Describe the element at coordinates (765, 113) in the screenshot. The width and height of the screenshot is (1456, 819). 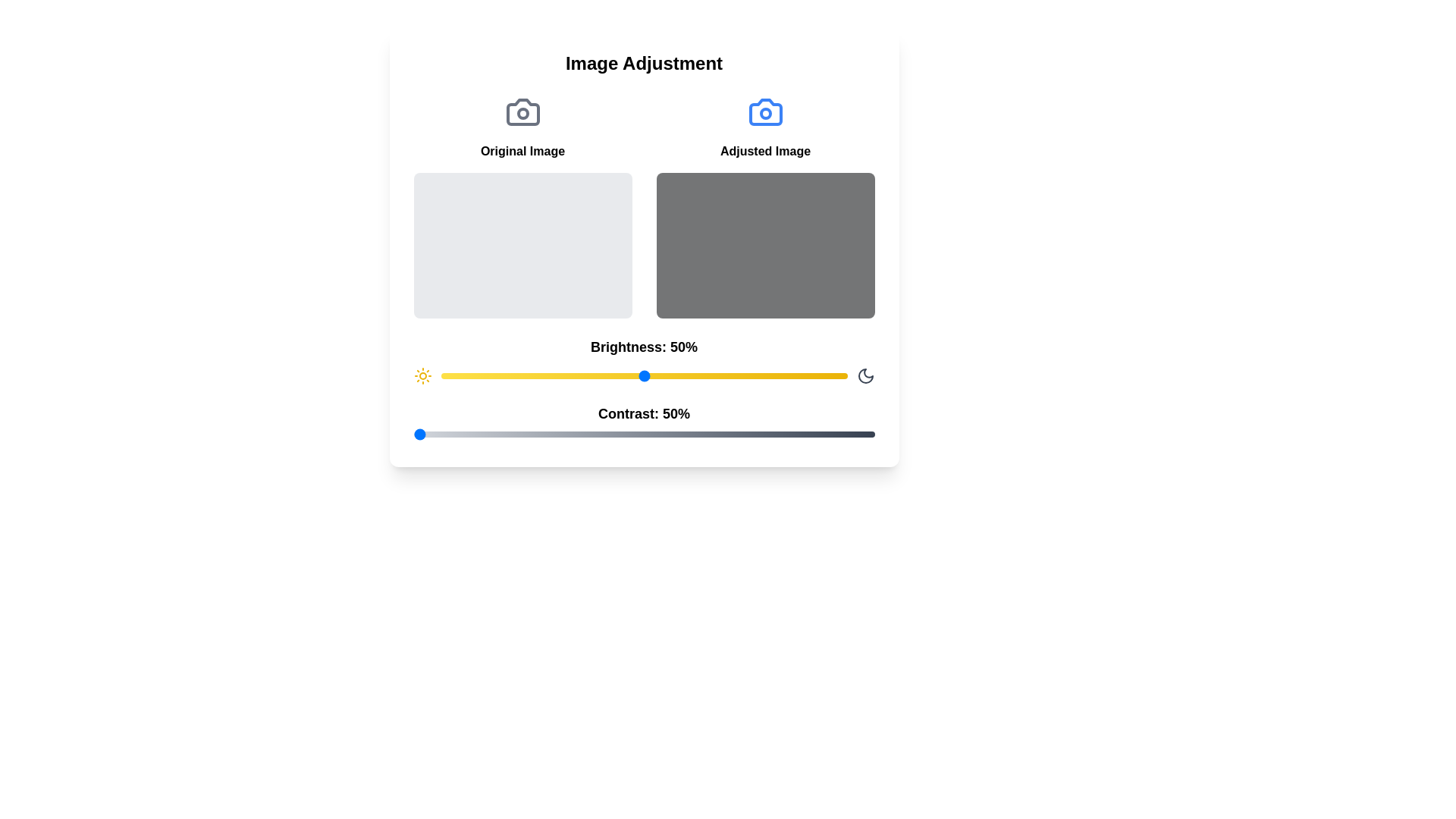
I see `the graphical circle representing the lens of the camera icon located at the top right of the layout, above the 'Adjusted Image' label` at that location.